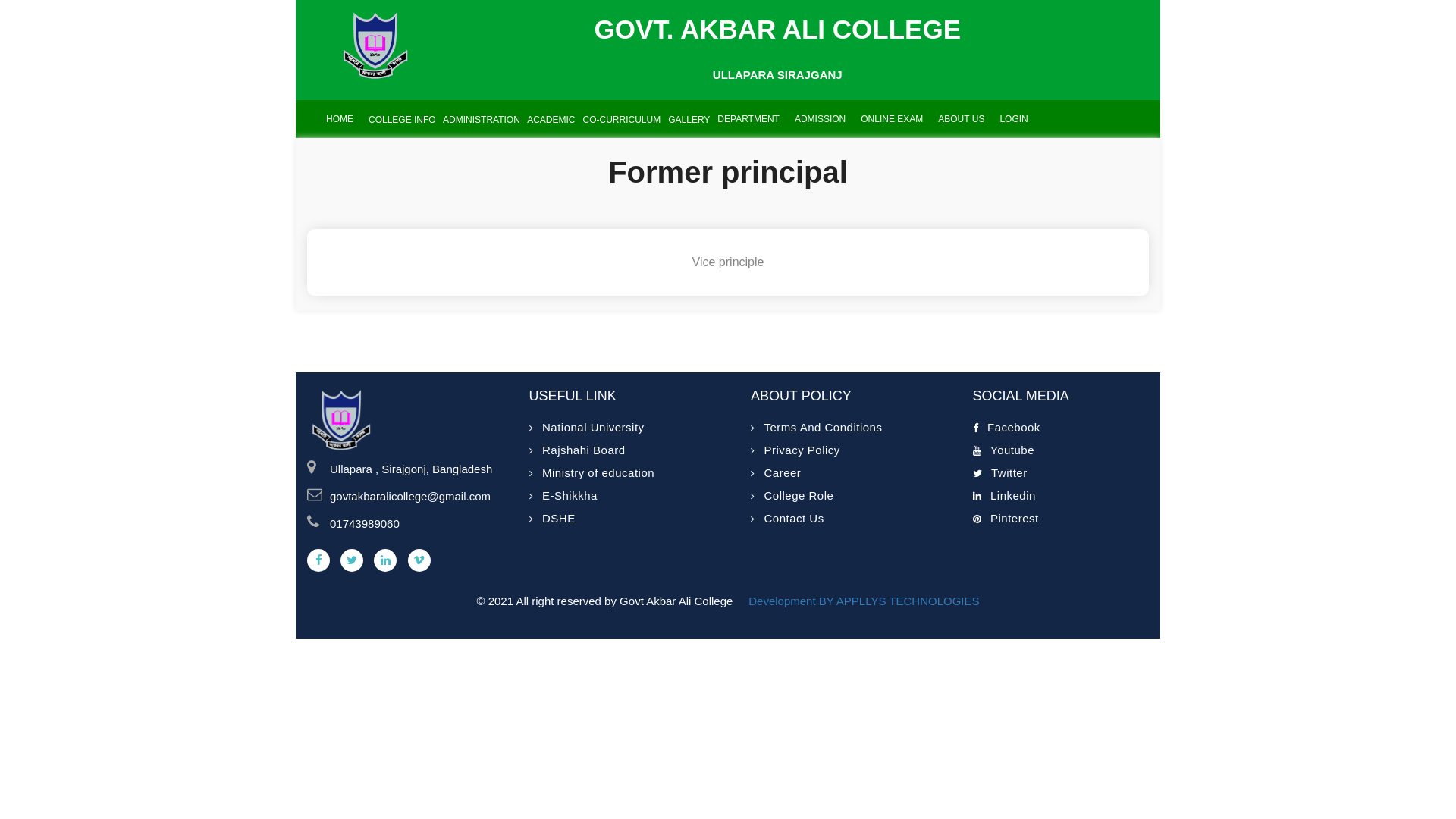 The image size is (1456, 819). What do you see at coordinates (1003, 495) in the screenshot?
I see `'Linkedin'` at bounding box center [1003, 495].